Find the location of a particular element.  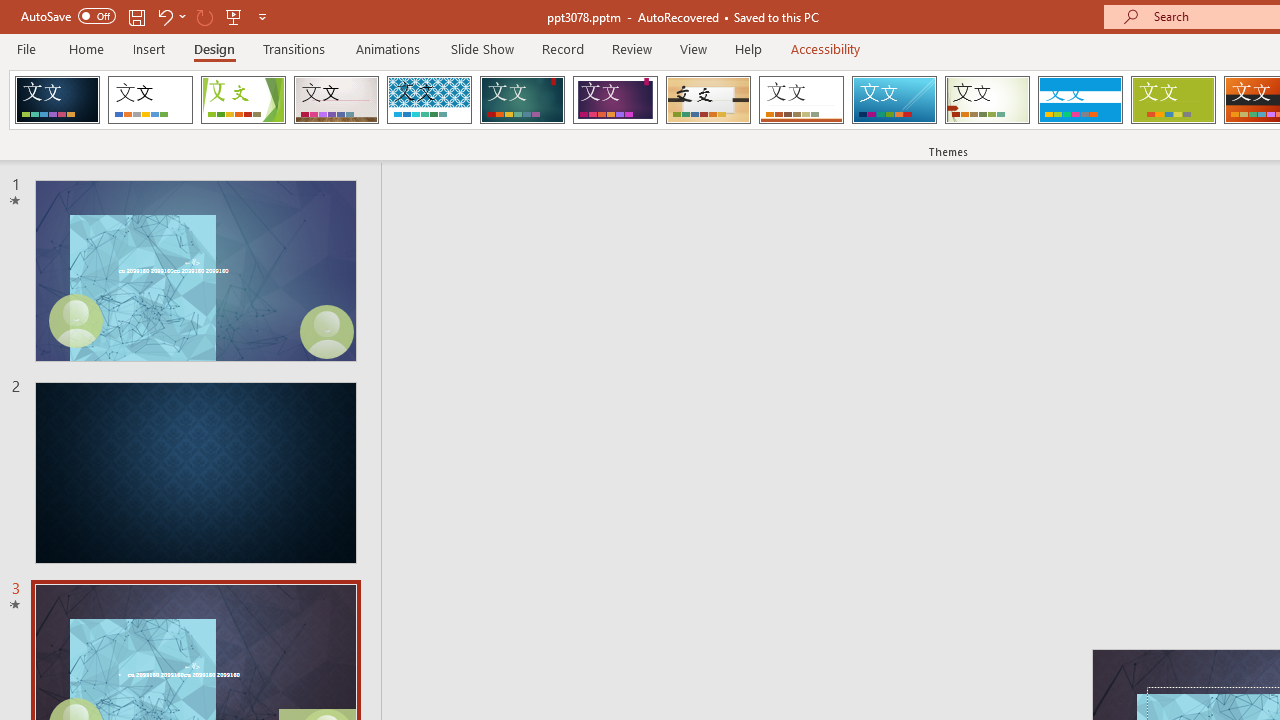

'Ion' is located at coordinates (522, 100).